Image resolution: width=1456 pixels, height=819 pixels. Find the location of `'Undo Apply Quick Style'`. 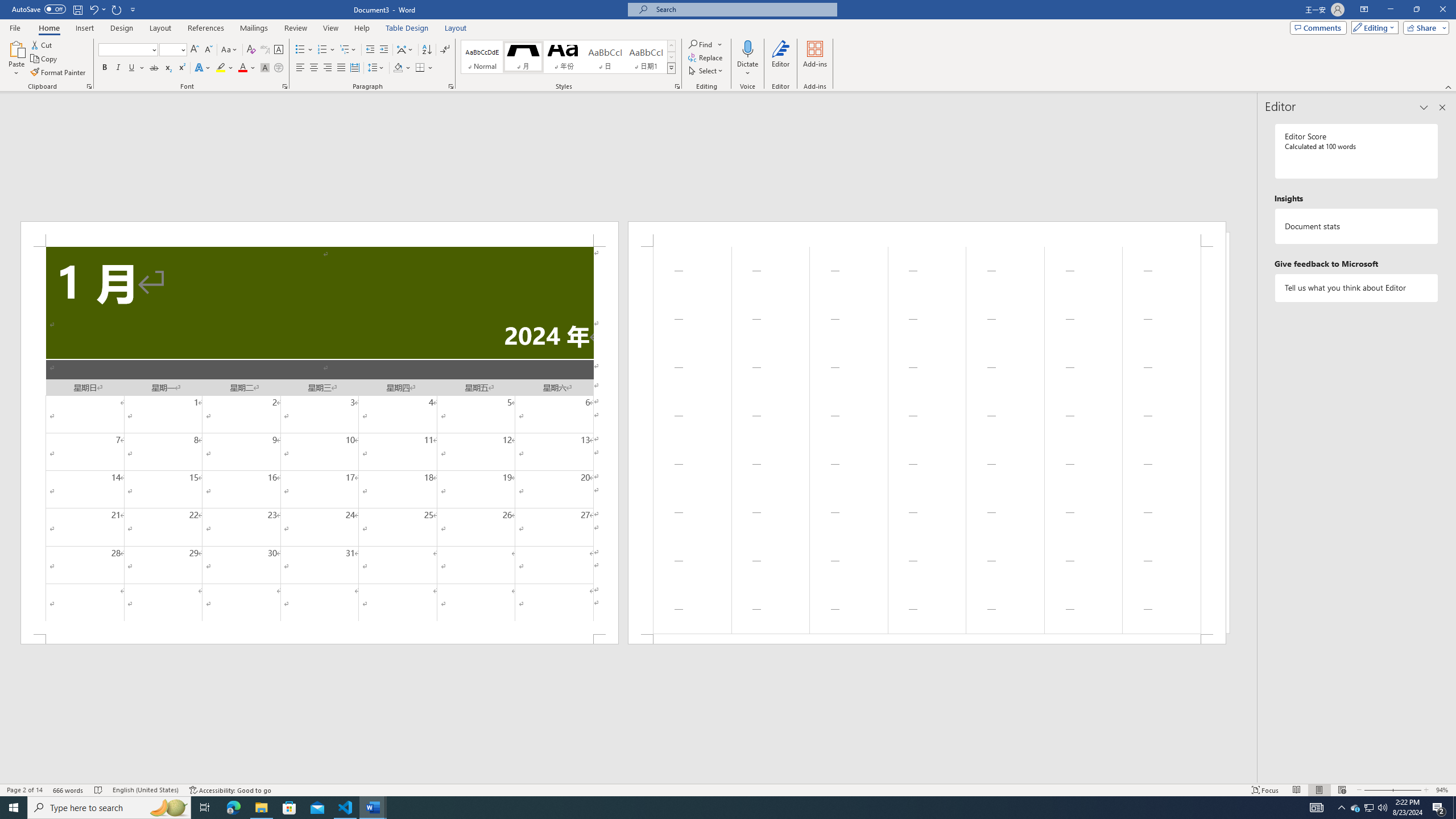

'Undo Apply Quick Style' is located at coordinates (93, 9).